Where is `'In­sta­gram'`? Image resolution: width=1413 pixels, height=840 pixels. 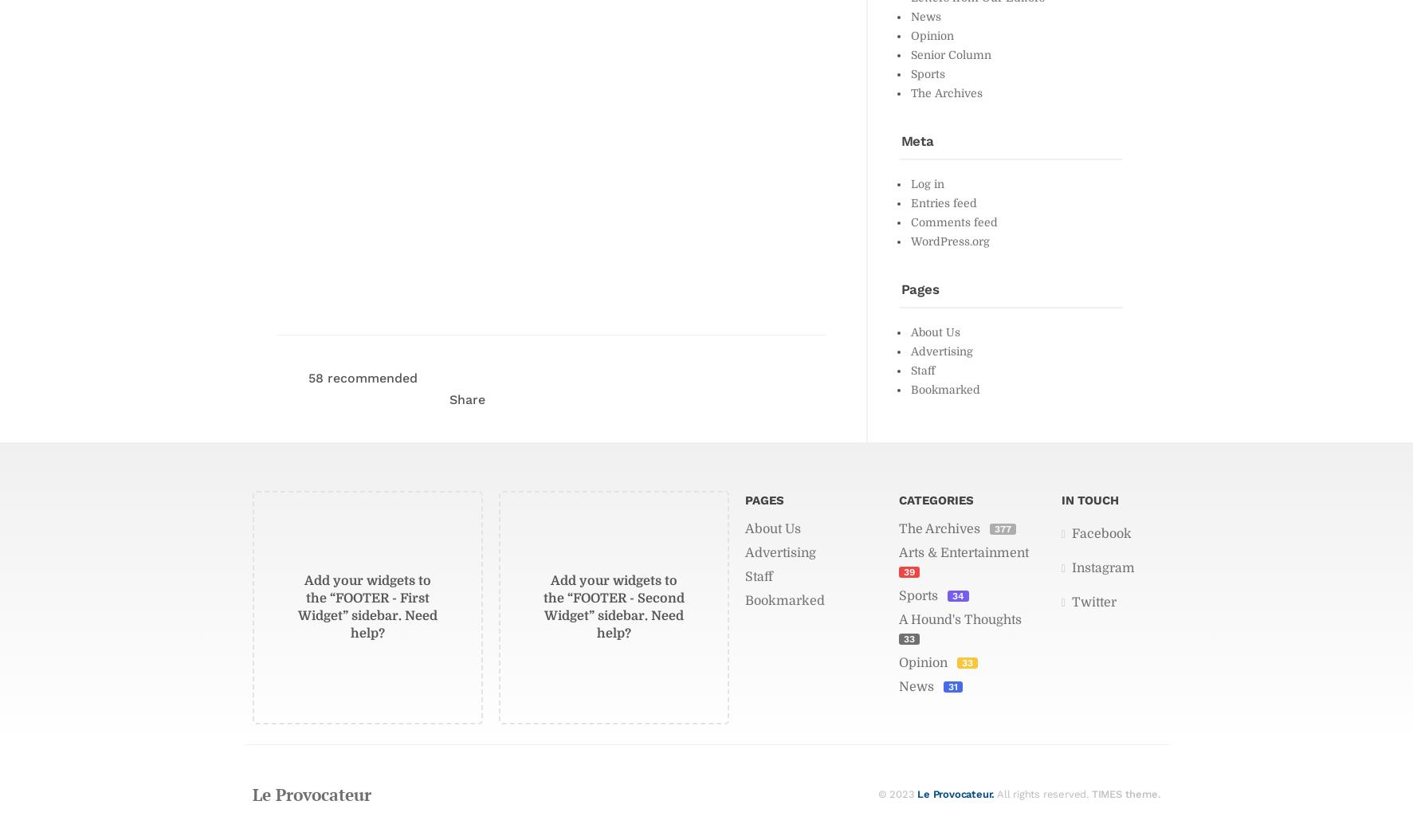
'In­sta­gram' is located at coordinates (1101, 566).